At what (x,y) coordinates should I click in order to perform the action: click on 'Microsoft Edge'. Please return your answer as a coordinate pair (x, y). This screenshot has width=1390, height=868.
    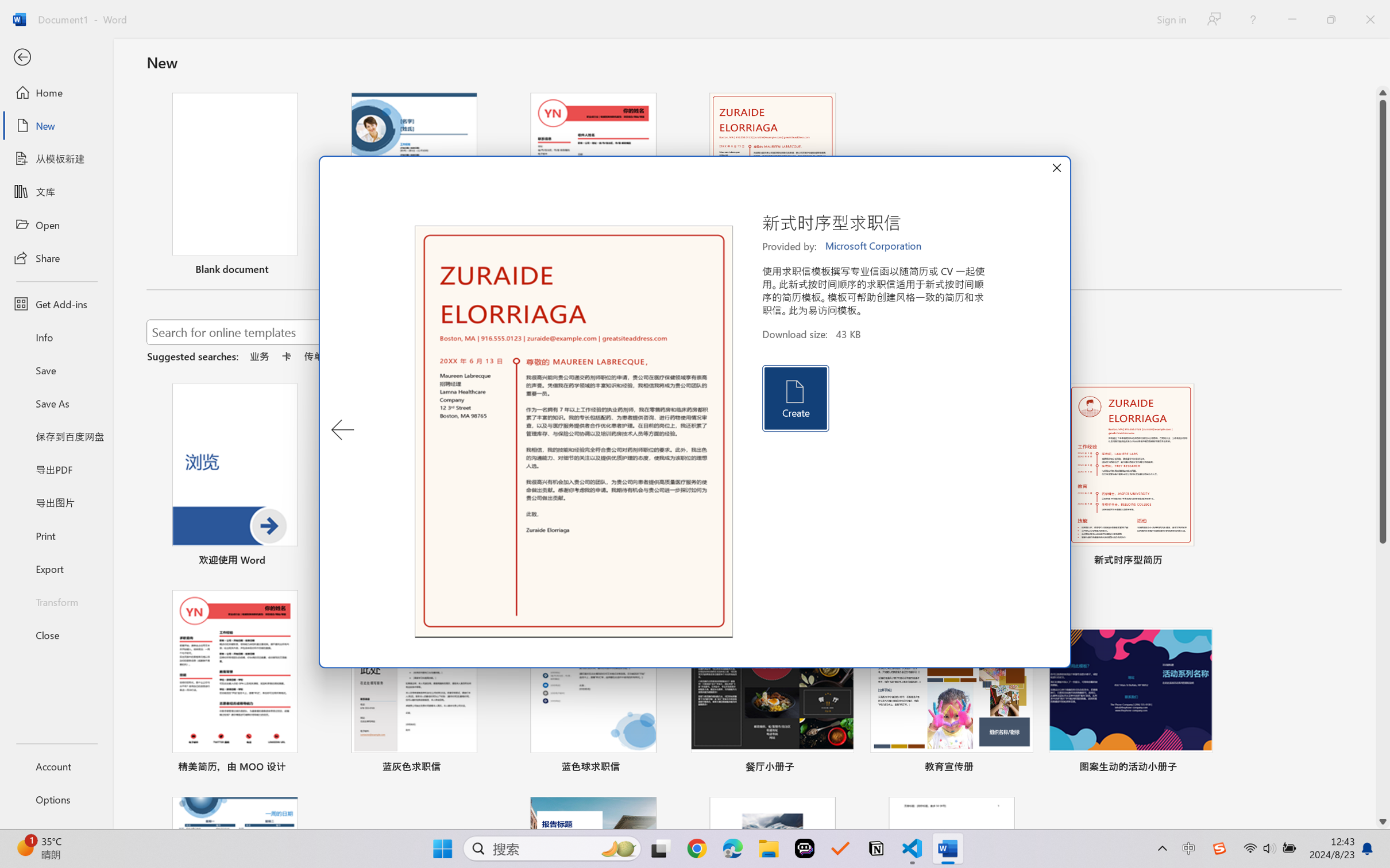
    Looking at the image, I should click on (732, 848).